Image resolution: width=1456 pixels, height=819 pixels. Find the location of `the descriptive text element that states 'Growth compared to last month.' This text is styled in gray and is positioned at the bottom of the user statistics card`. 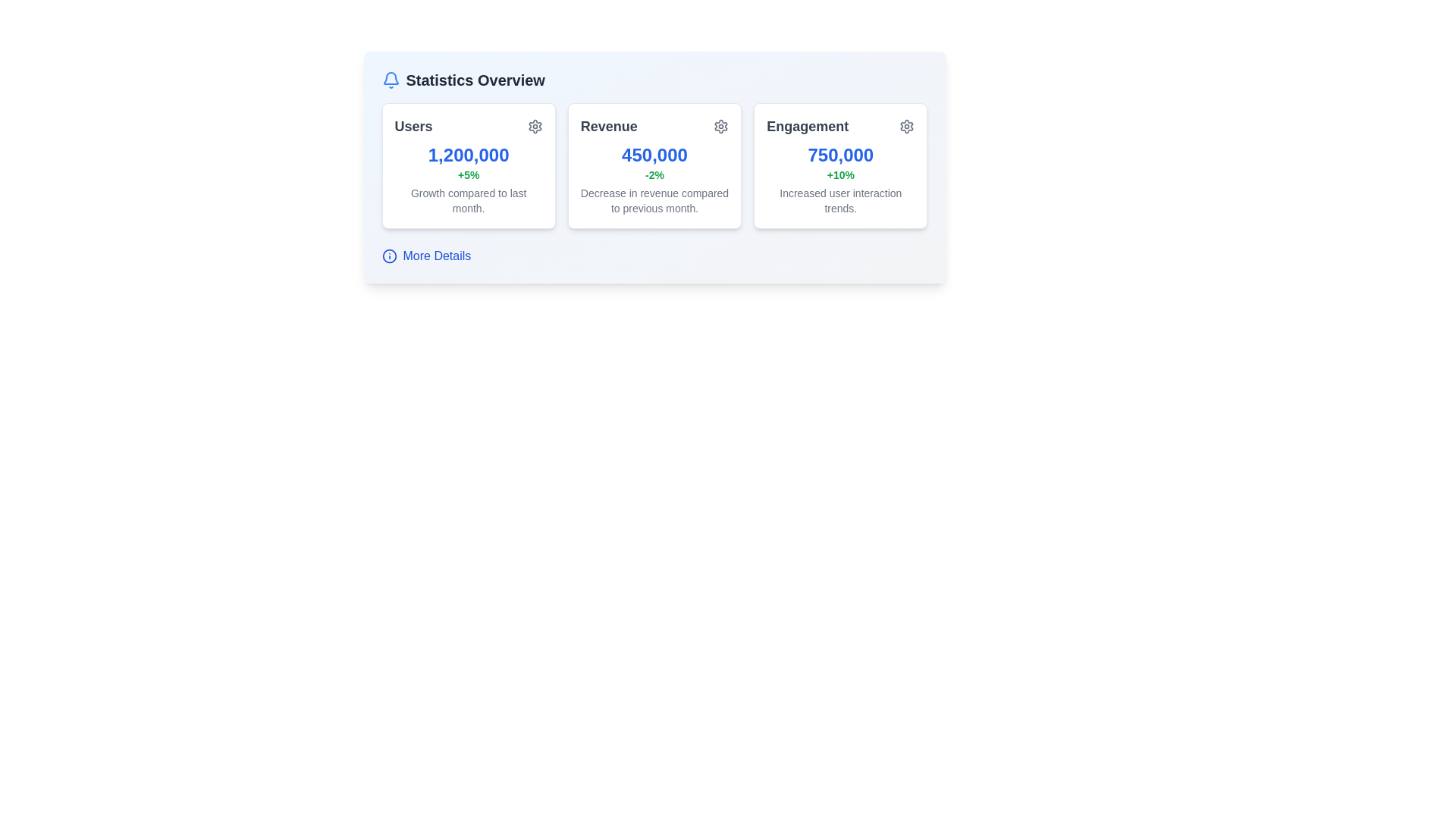

the descriptive text element that states 'Growth compared to last month.' This text is styled in gray and is positioned at the bottom of the user statistics card is located at coordinates (468, 200).